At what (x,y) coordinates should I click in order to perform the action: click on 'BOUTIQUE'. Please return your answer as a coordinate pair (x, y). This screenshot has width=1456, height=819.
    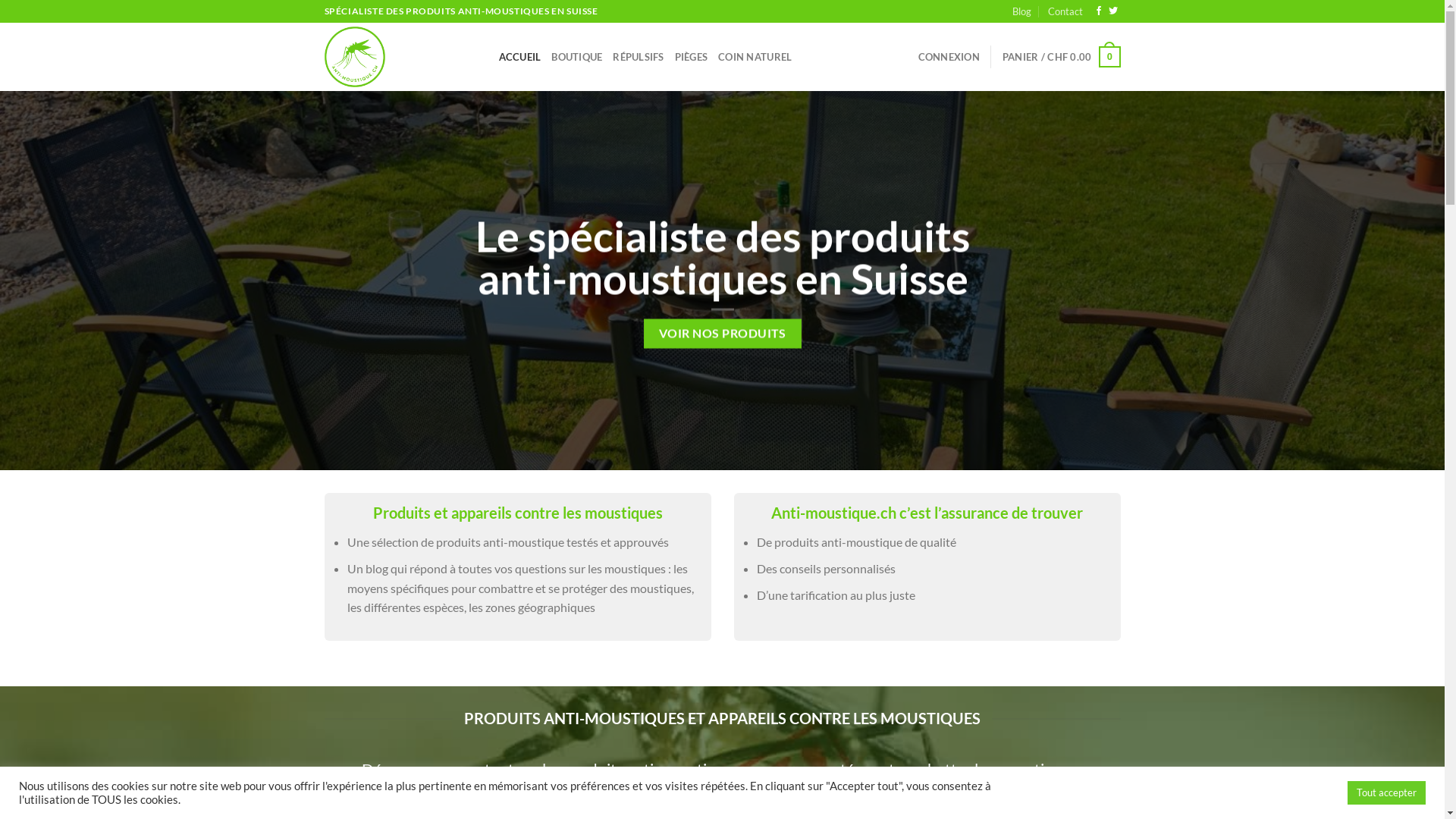
    Looking at the image, I should click on (576, 55).